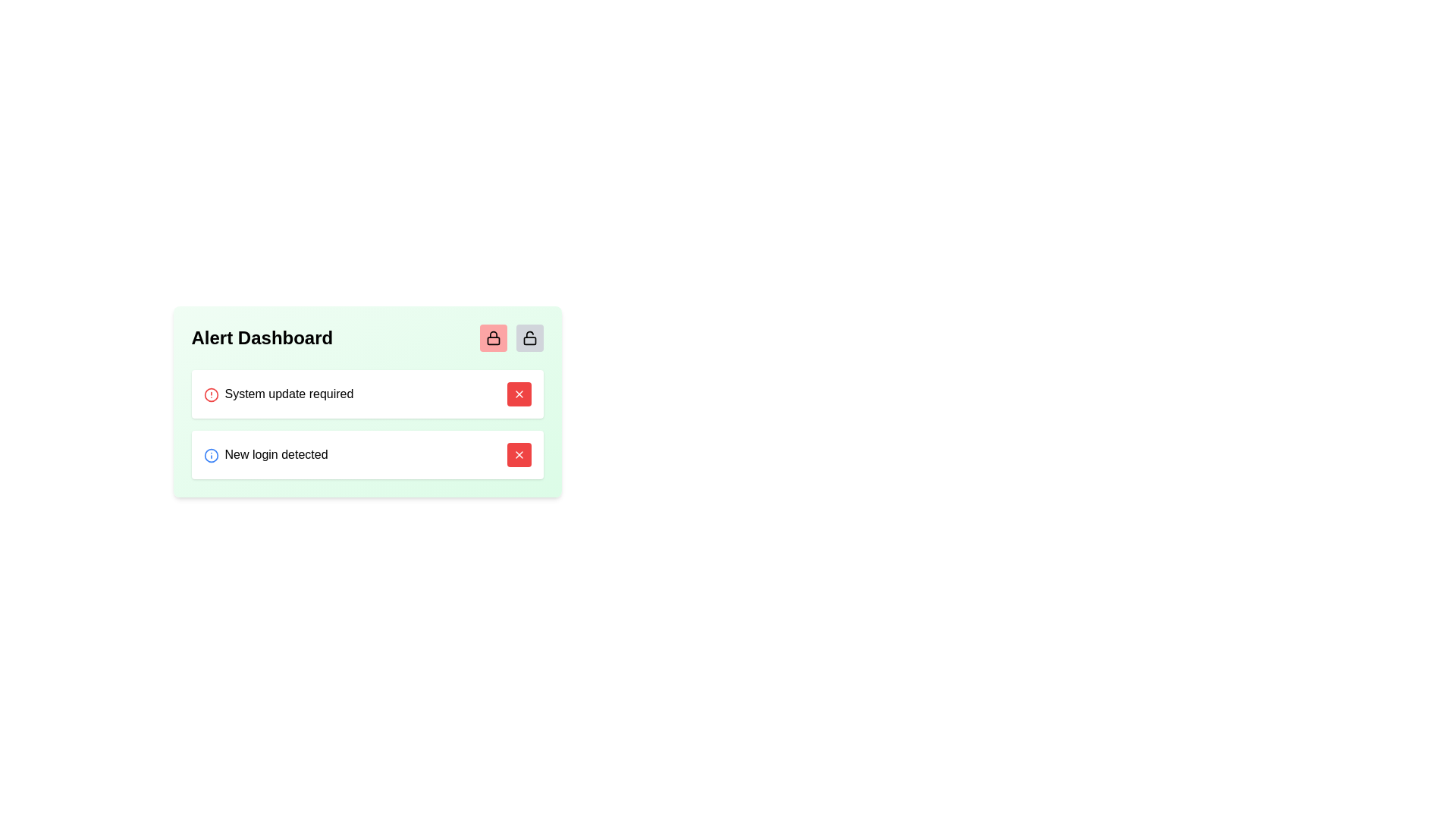  I want to click on the small red button with a centered 'X' icon, so click(519, 394).